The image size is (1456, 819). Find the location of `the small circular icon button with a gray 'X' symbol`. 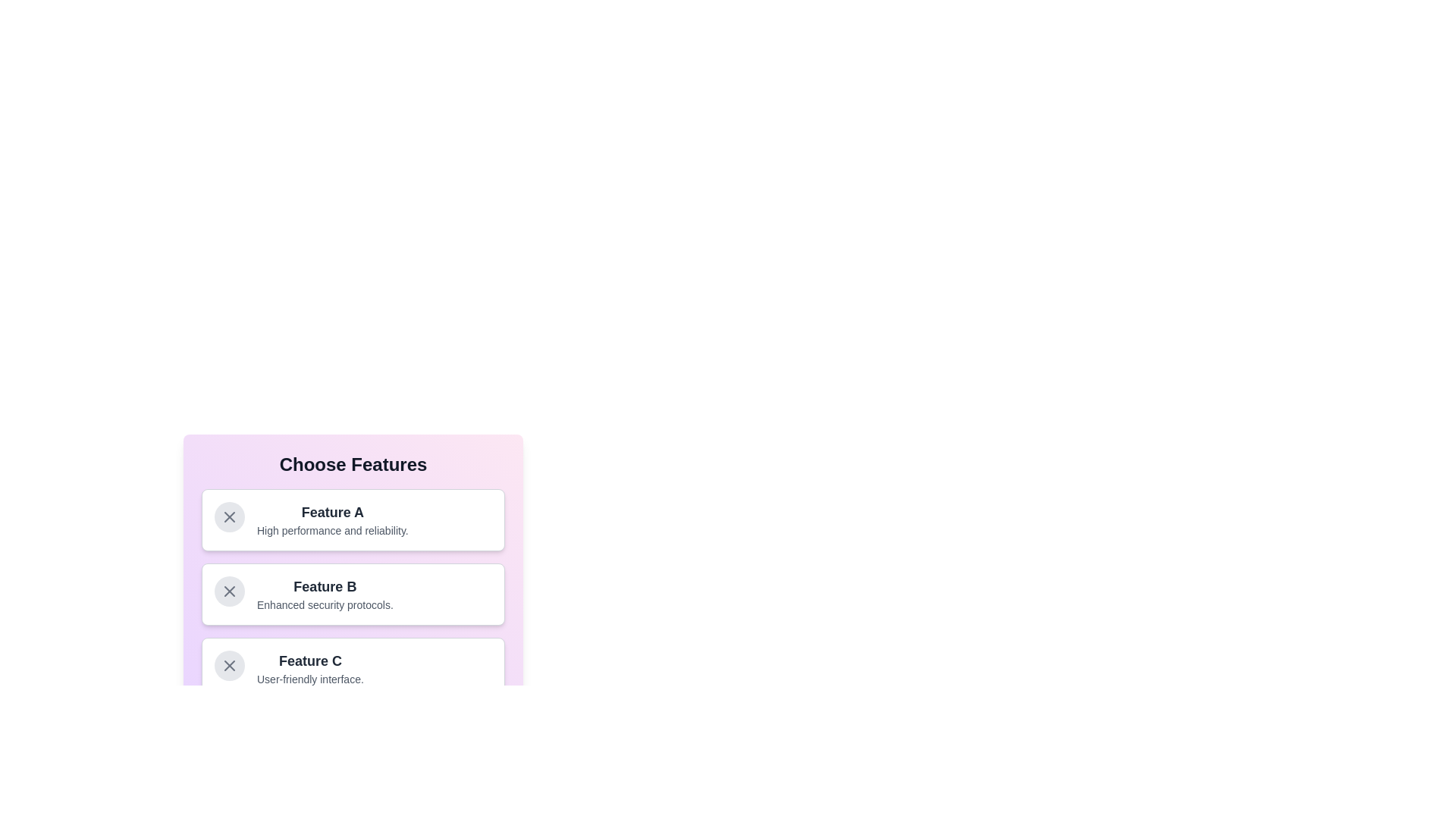

the small circular icon button with a gray 'X' symbol is located at coordinates (228, 590).